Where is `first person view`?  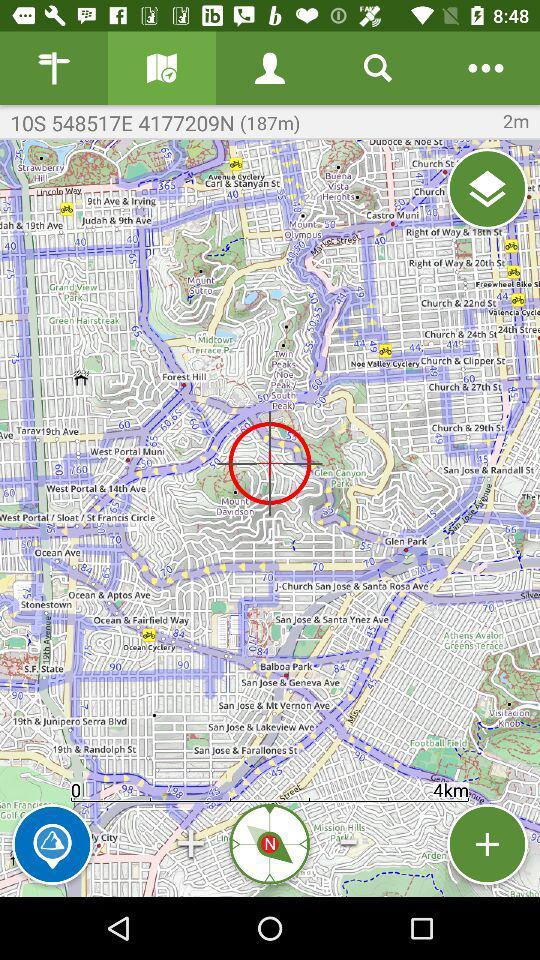 first person view is located at coordinates (270, 68).